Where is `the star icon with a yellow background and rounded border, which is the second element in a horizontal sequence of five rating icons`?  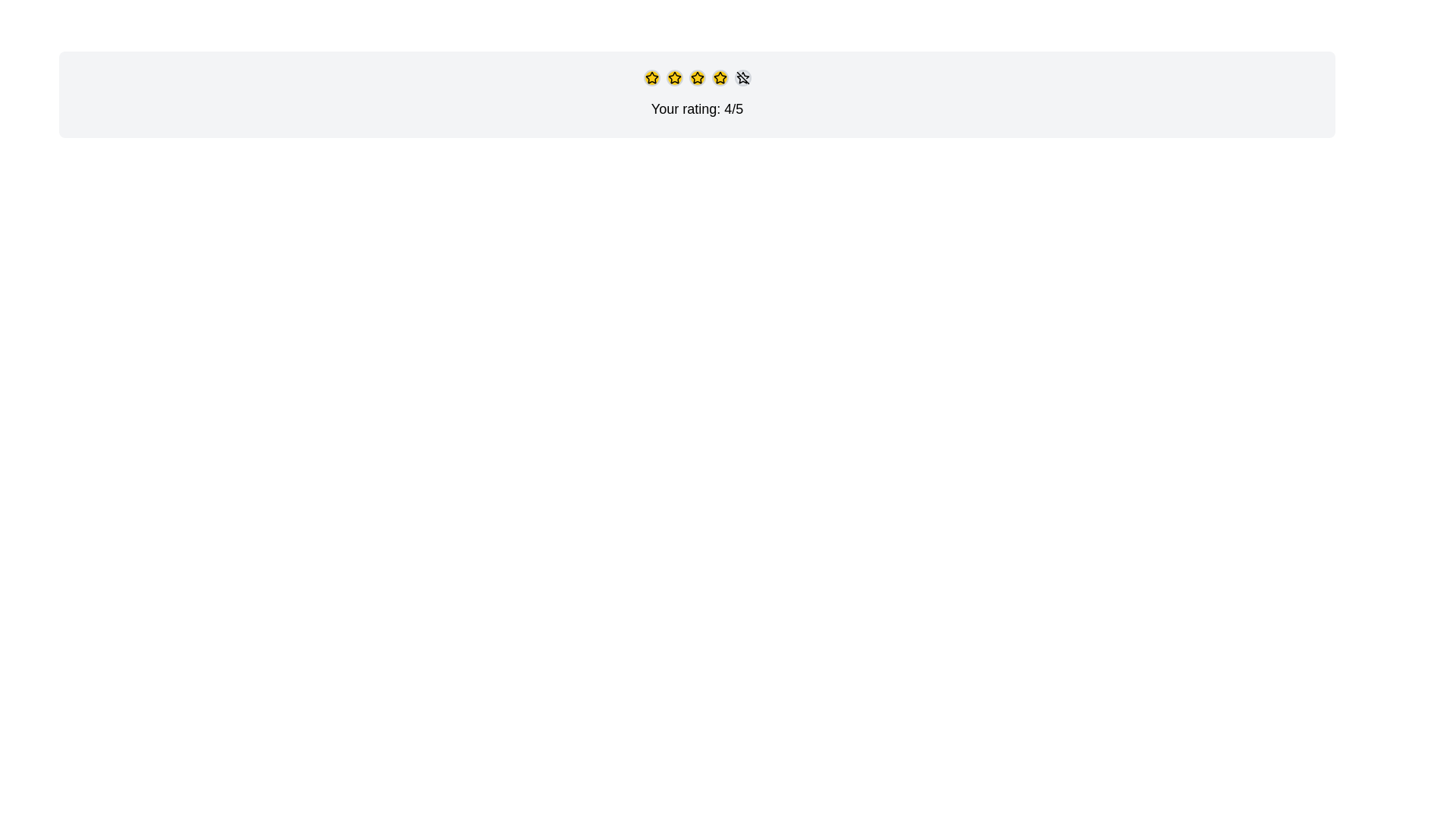
the star icon with a yellow background and rounded border, which is the second element in a horizontal sequence of five rating icons is located at coordinates (673, 78).